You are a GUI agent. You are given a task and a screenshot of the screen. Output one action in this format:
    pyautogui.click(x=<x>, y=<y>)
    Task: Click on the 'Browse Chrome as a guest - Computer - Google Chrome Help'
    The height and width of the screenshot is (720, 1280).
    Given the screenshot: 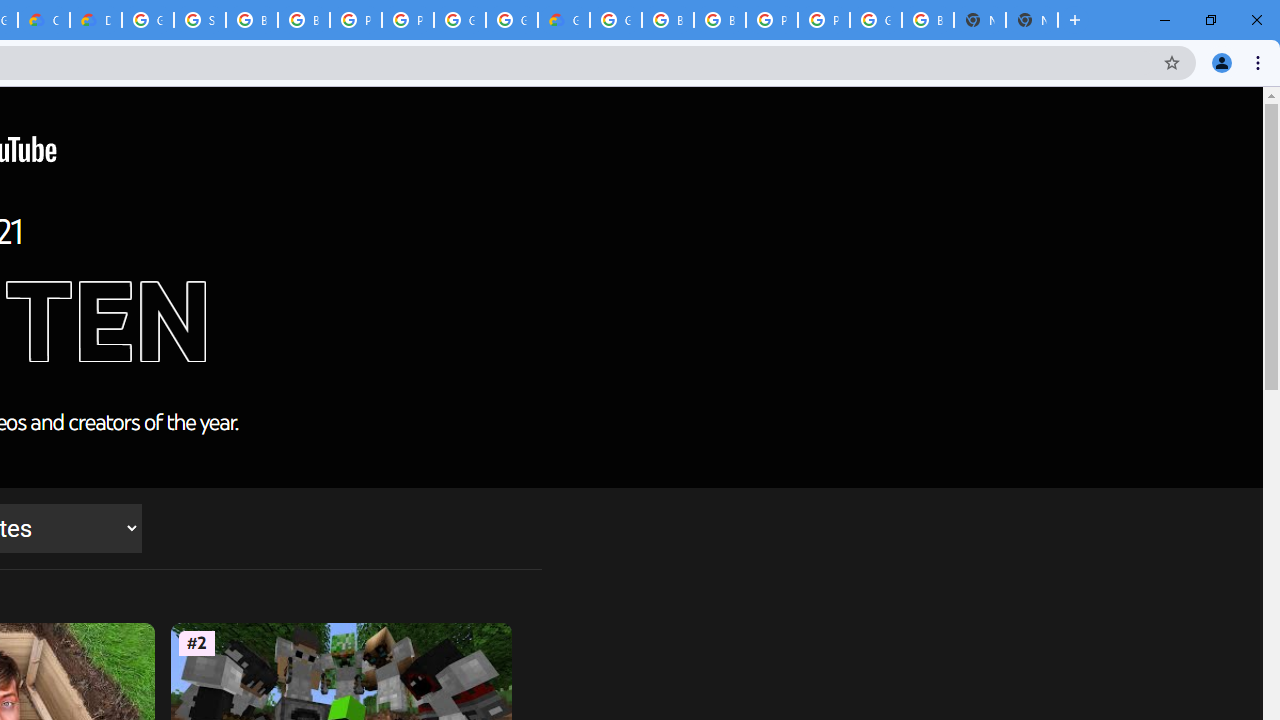 What is the action you would take?
    pyautogui.click(x=303, y=20)
    